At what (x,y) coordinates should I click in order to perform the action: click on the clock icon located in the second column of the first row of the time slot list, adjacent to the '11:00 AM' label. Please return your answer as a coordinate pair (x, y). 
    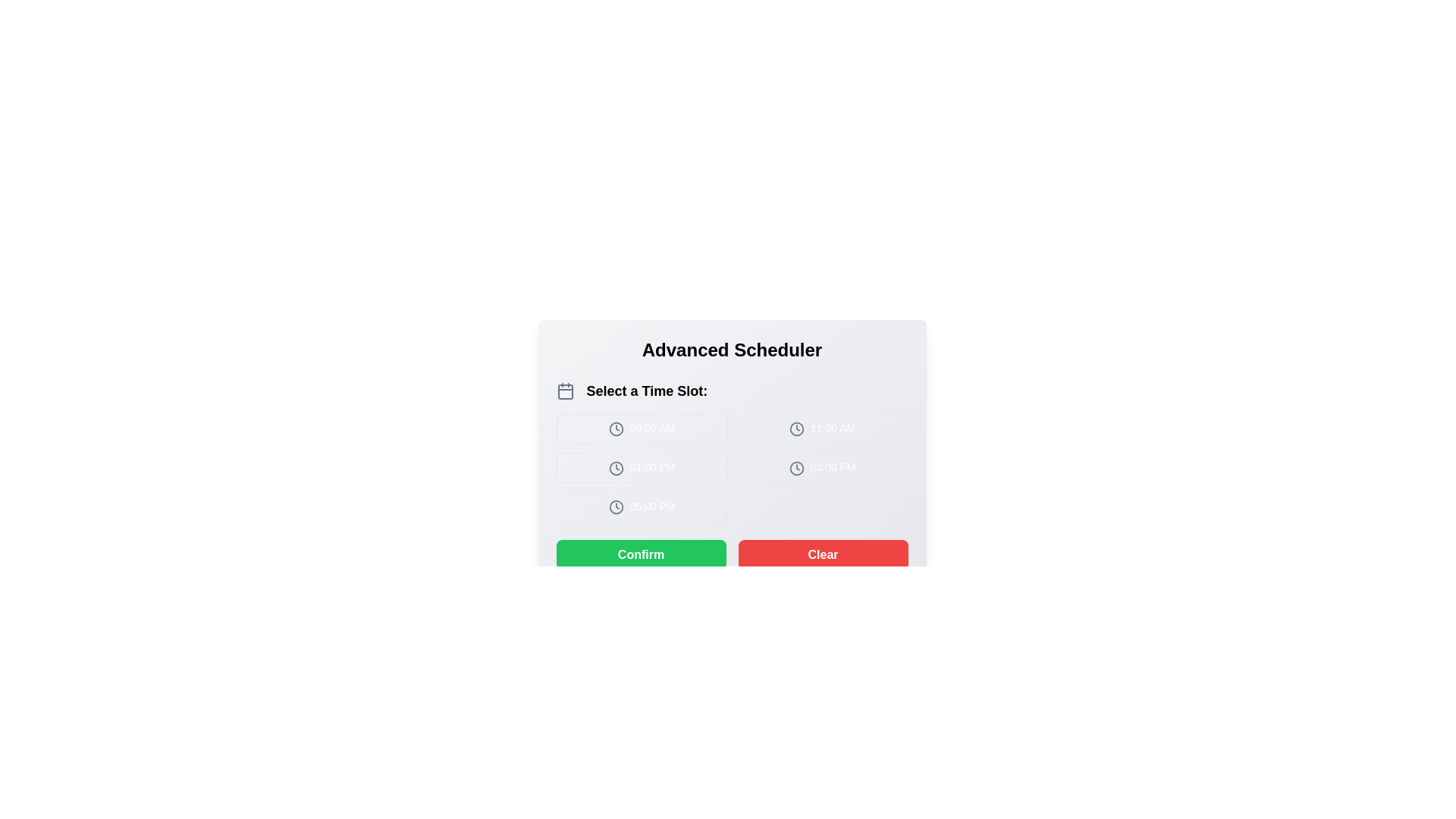
    Looking at the image, I should click on (796, 429).